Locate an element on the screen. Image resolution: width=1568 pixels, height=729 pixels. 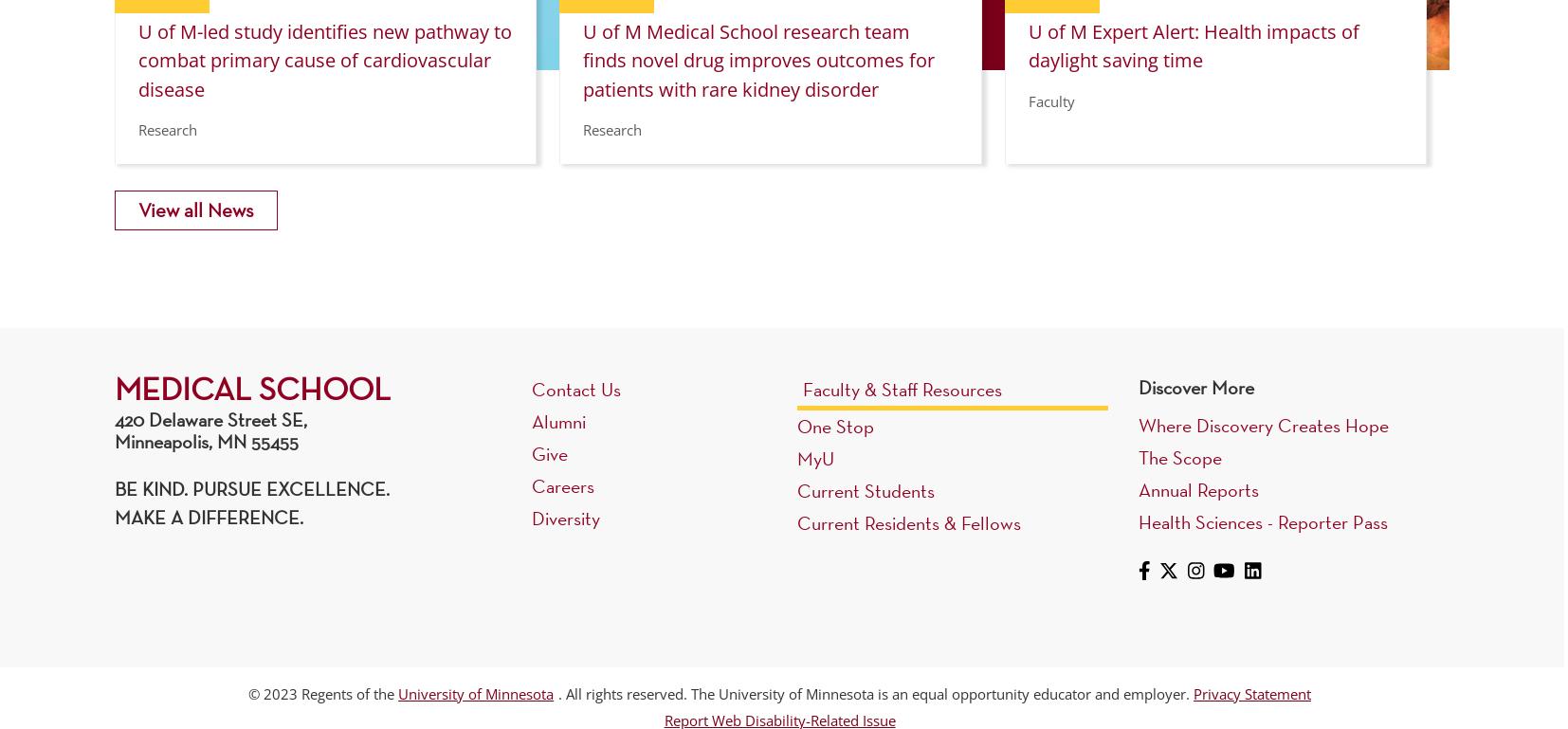
'Privacy Statement' is located at coordinates (1252, 692).